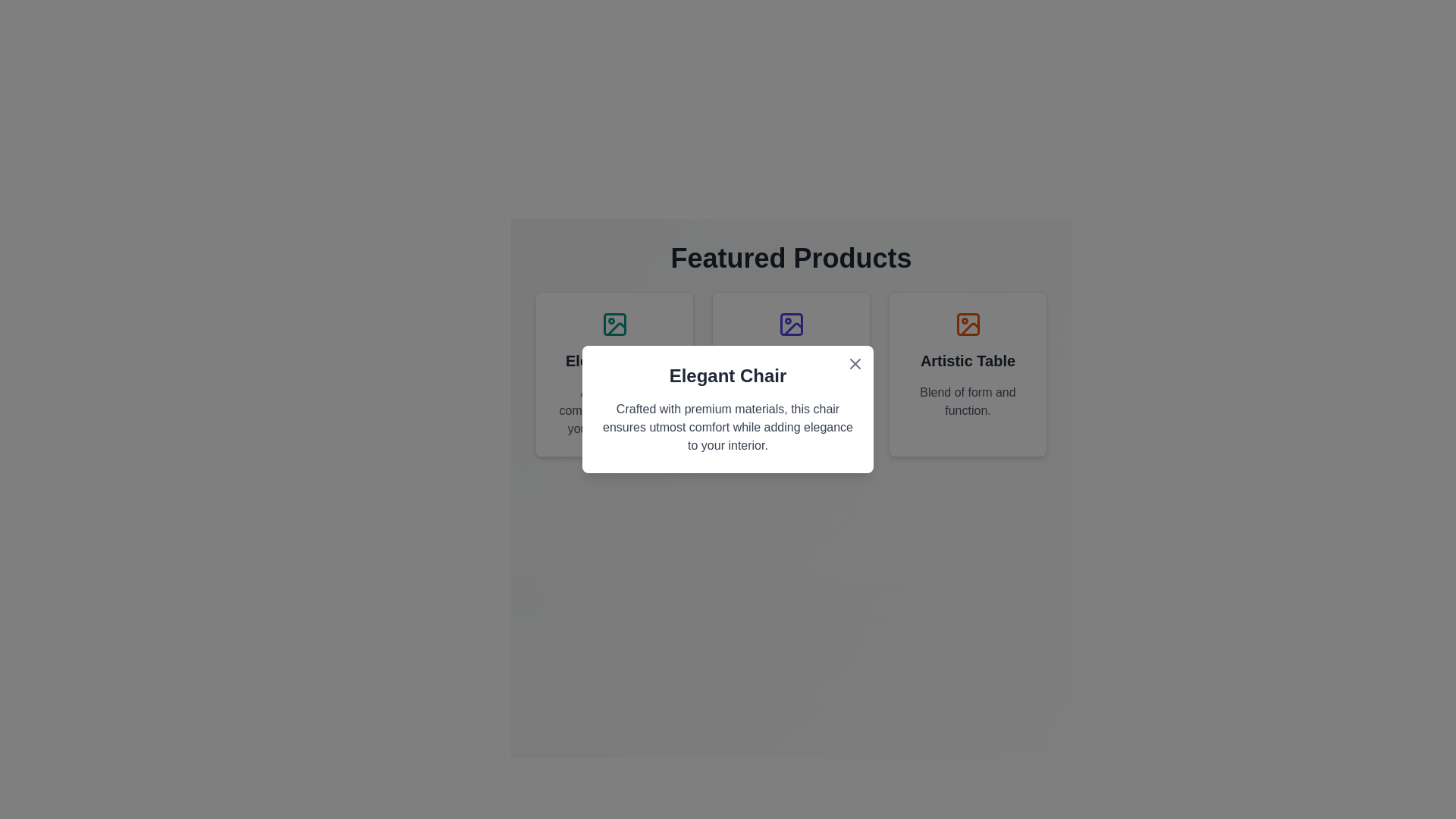 The width and height of the screenshot is (1456, 819). Describe the element at coordinates (790, 324) in the screenshot. I see `the icon representing visual or image-related features located at the top of the card above the text 'Modern Lamp' and 'A sleek lamp designed for functional brilliance.'` at that location.